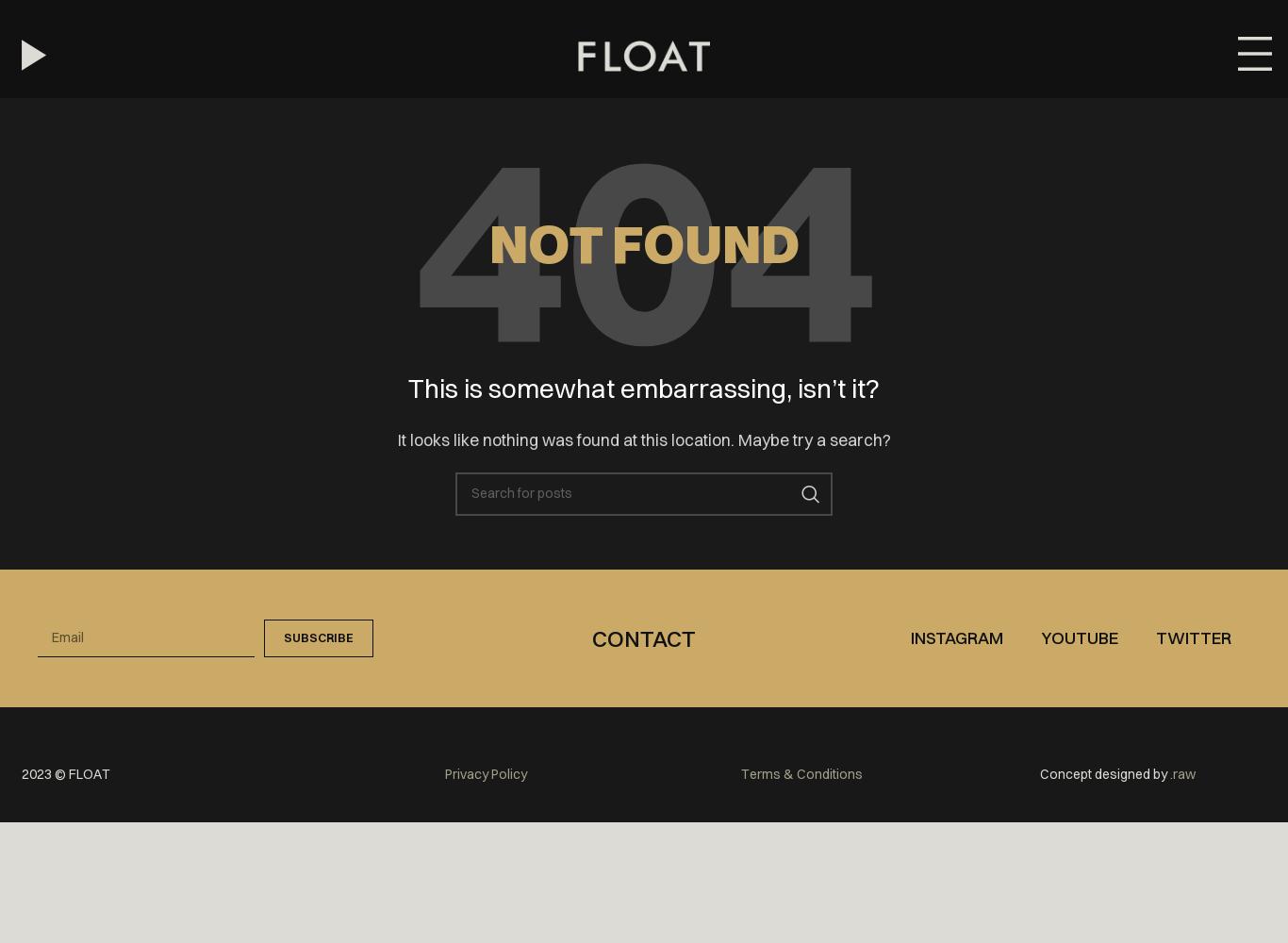  Describe the element at coordinates (317, 637) in the screenshot. I see `'Subscribe'` at that location.